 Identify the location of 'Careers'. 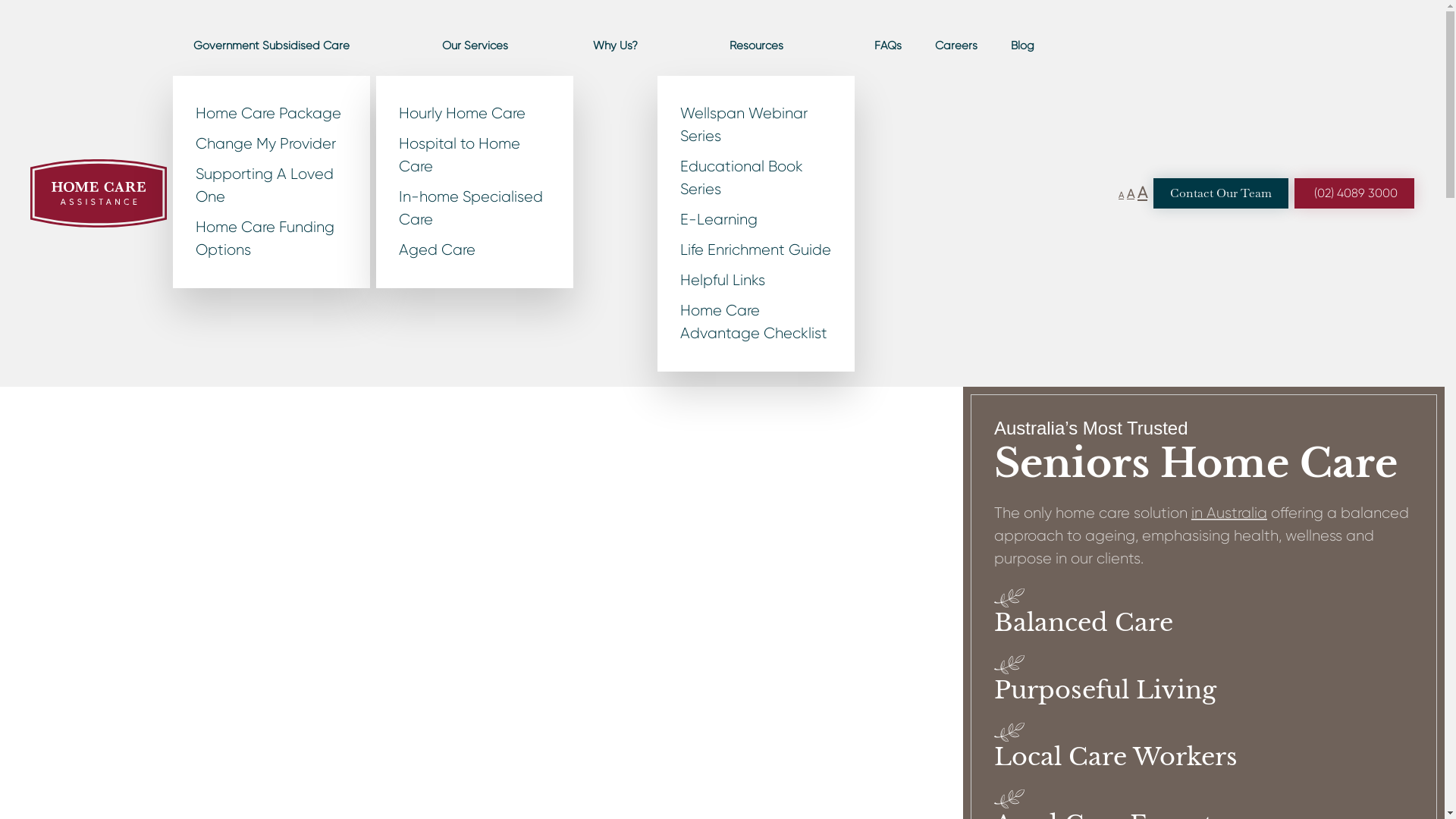
(920, 45).